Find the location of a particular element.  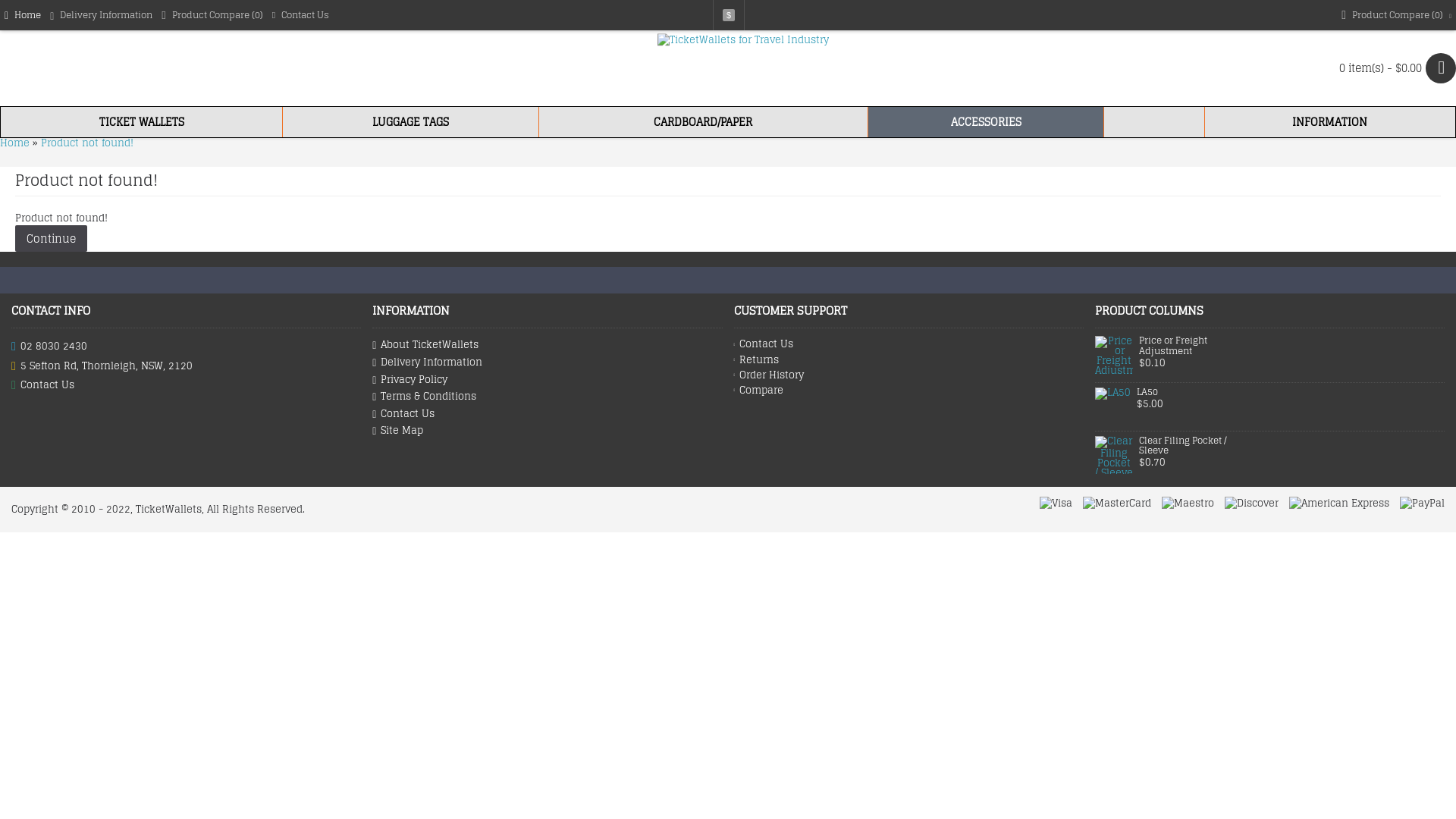

'Delivery Information' is located at coordinates (546, 362).